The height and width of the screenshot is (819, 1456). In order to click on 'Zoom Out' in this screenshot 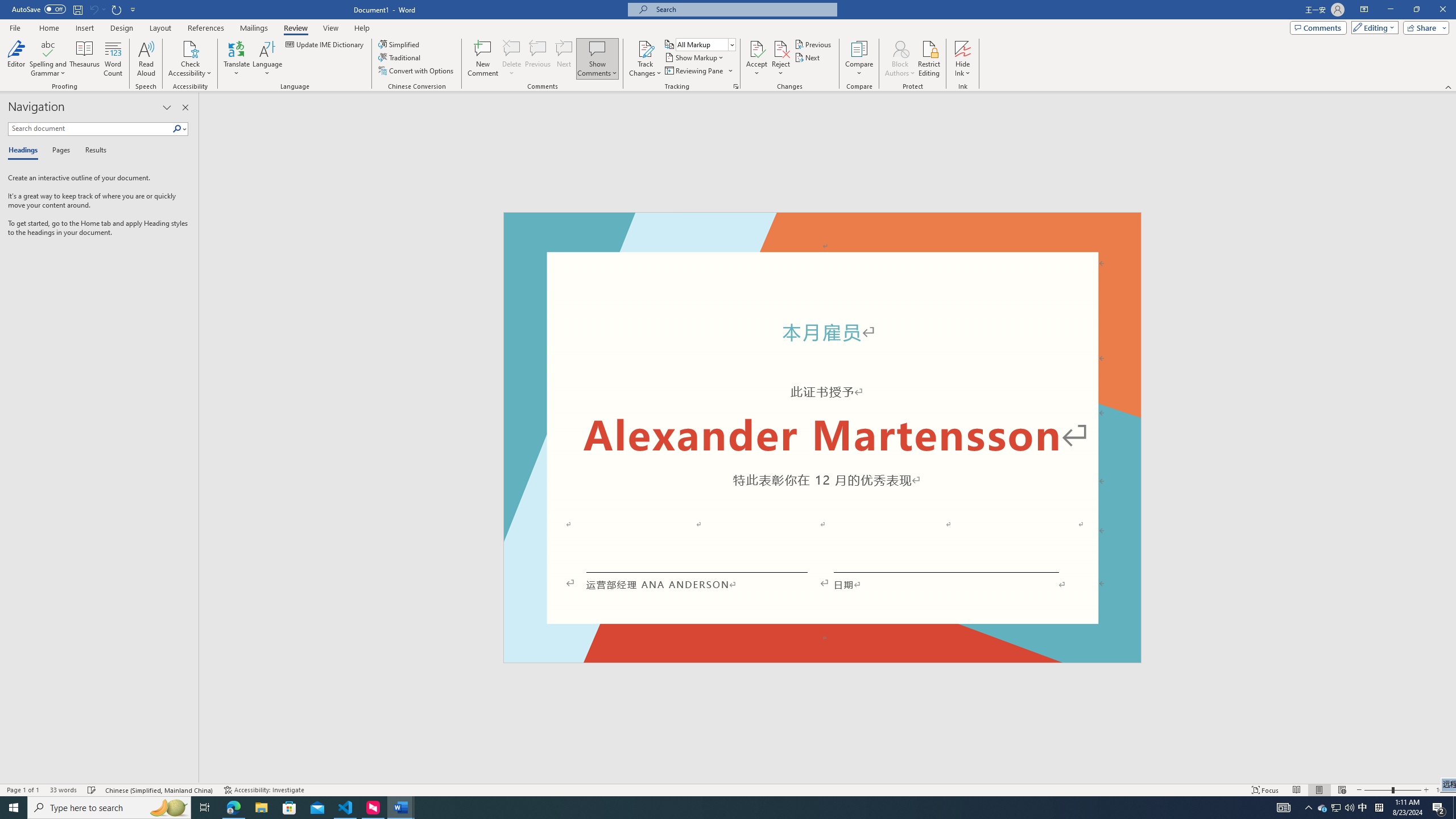, I will do `click(1378, 790)`.